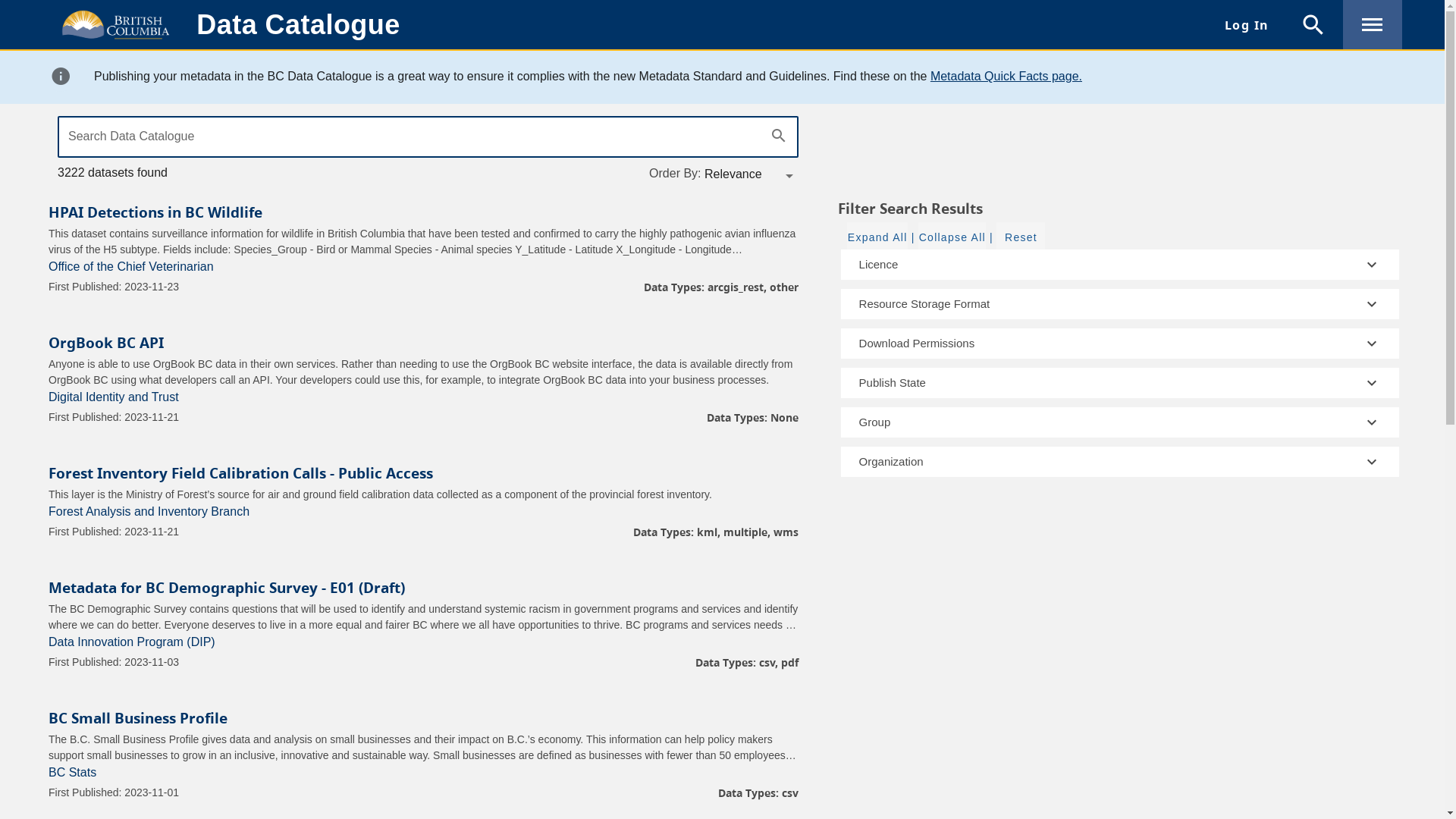 This screenshot has height=819, width=1456. Describe the element at coordinates (1020, 237) in the screenshot. I see `'Reset'` at that location.